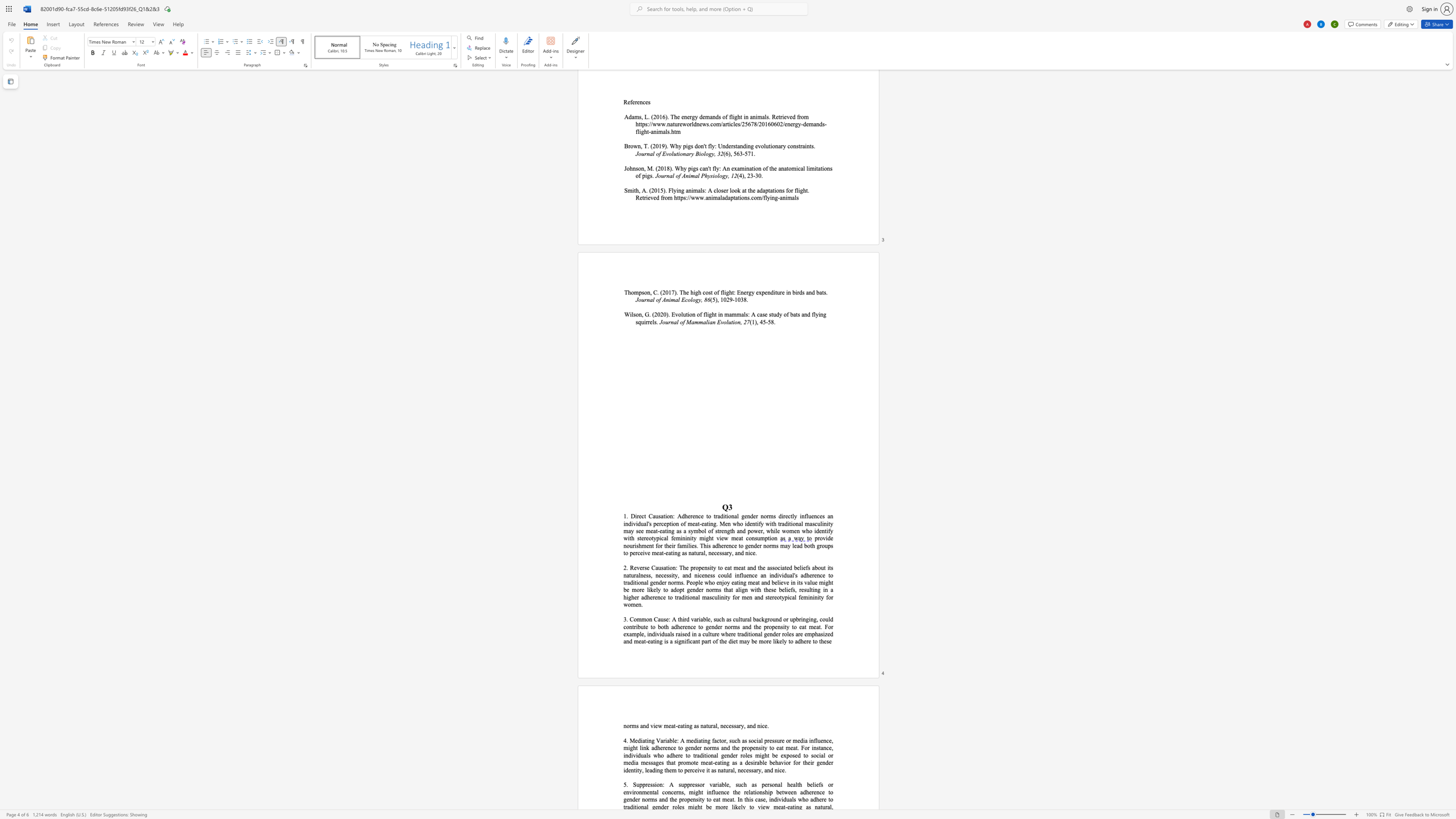 The image size is (1456, 819). I want to click on the space between the continuous character "o" and "n" in the text, so click(675, 523).